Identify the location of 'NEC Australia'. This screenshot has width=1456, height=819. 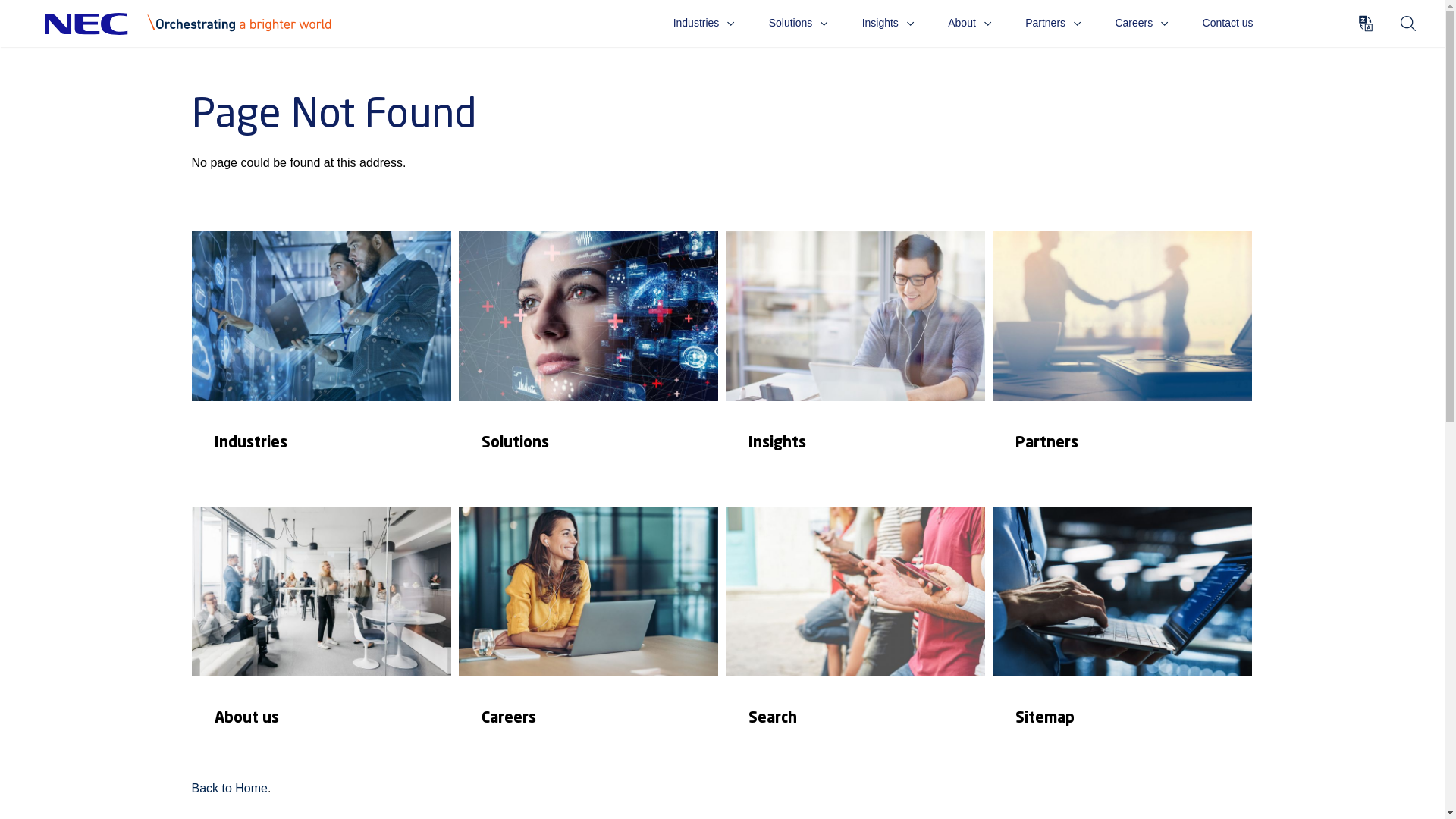
(196, 24).